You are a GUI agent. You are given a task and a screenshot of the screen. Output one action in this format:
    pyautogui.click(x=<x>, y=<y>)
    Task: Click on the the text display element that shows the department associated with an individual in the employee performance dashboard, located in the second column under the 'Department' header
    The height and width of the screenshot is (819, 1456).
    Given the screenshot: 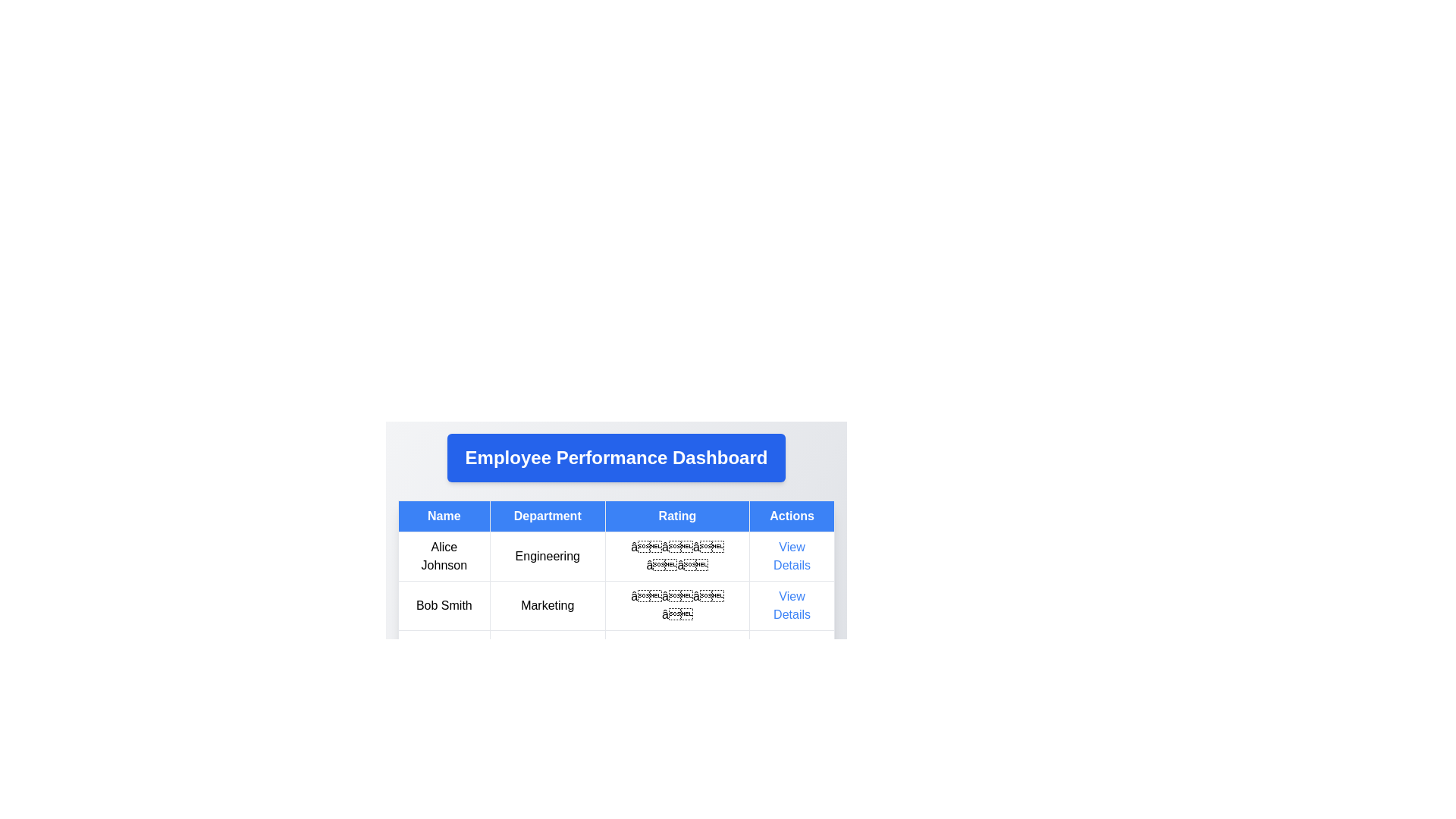 What is the action you would take?
    pyautogui.click(x=547, y=556)
    